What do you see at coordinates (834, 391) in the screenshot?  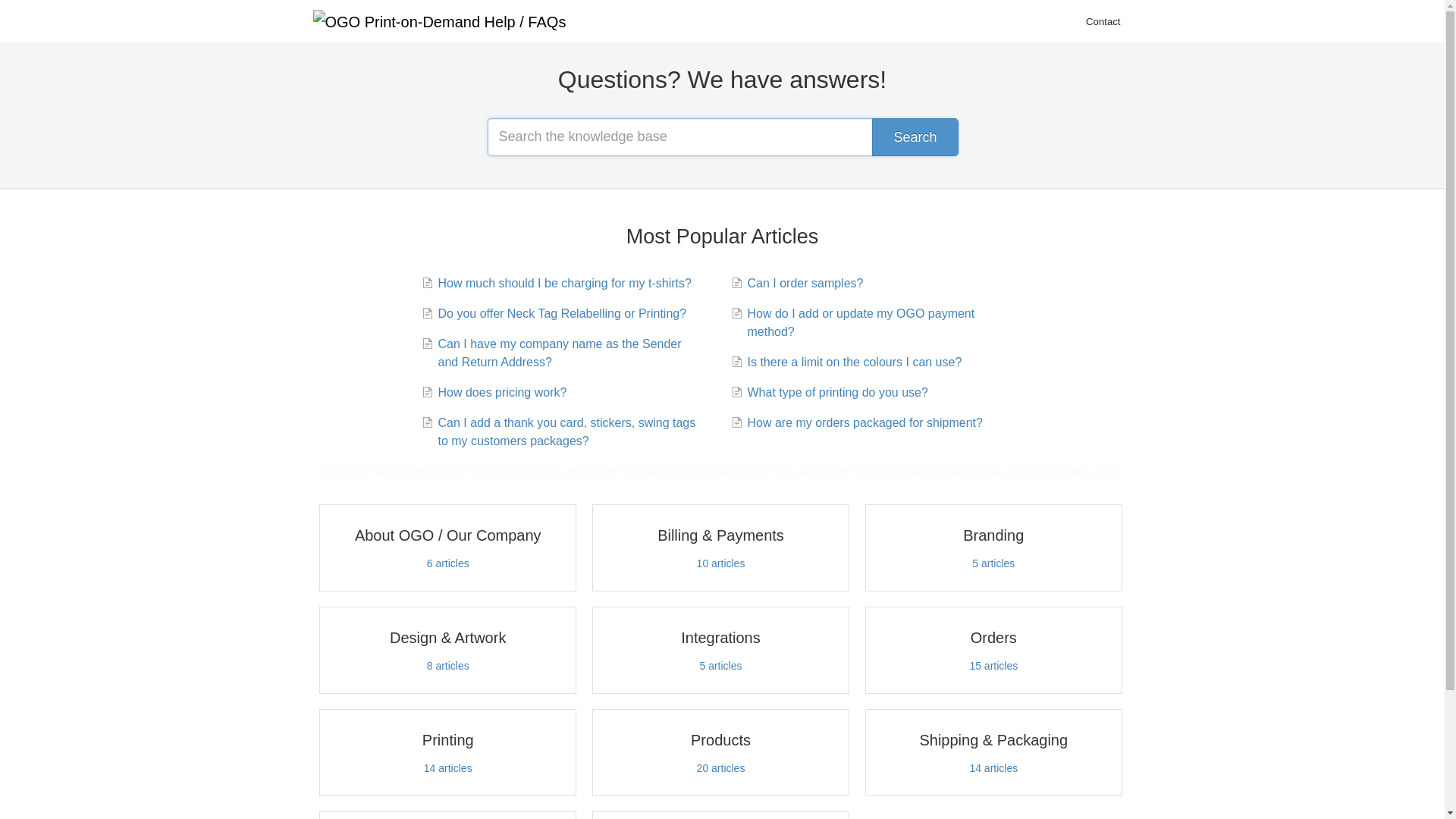 I see `'What type of printing do you use?'` at bounding box center [834, 391].